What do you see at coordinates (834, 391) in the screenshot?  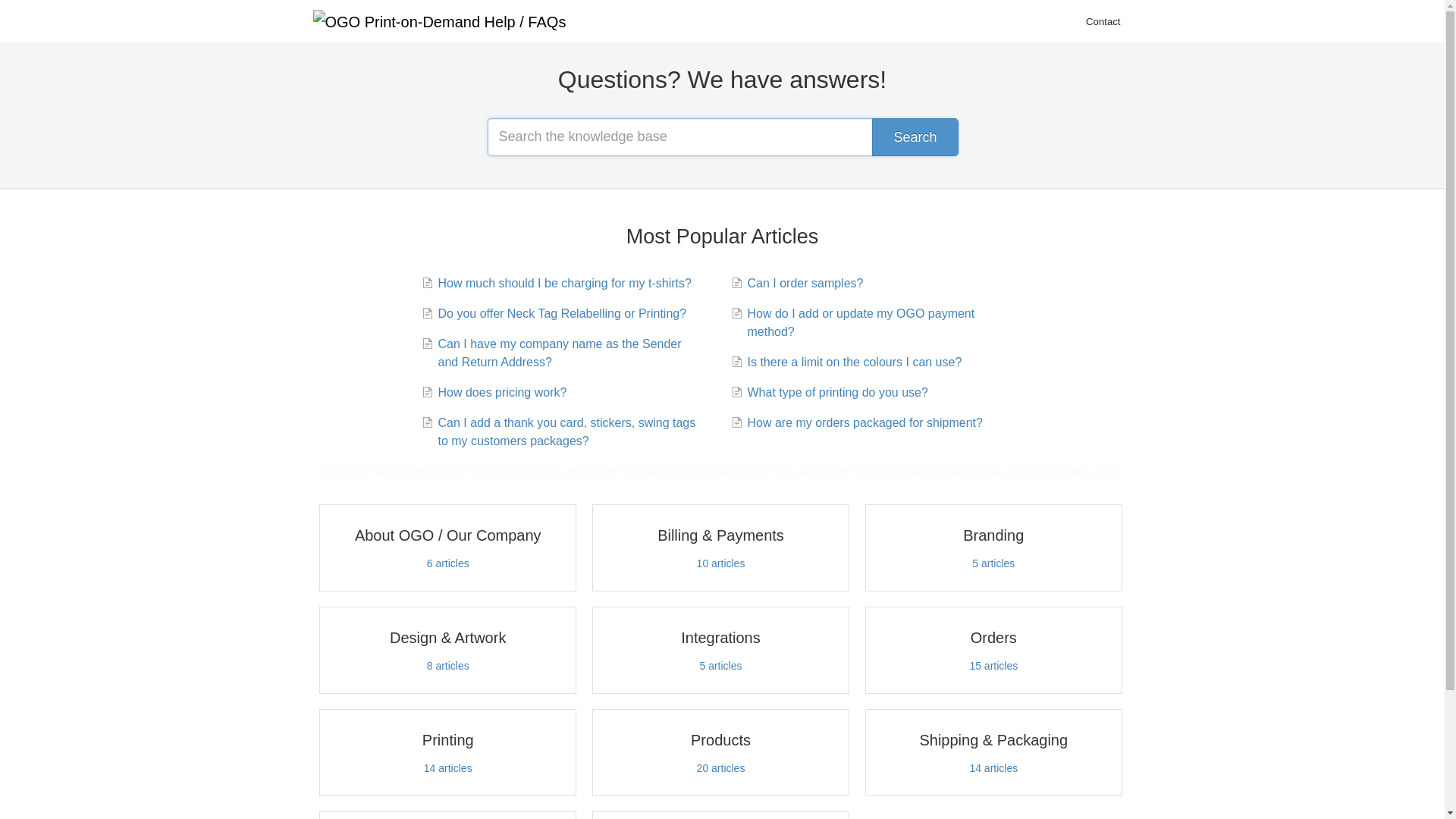 I see `'What type of printing do you use?'` at bounding box center [834, 391].